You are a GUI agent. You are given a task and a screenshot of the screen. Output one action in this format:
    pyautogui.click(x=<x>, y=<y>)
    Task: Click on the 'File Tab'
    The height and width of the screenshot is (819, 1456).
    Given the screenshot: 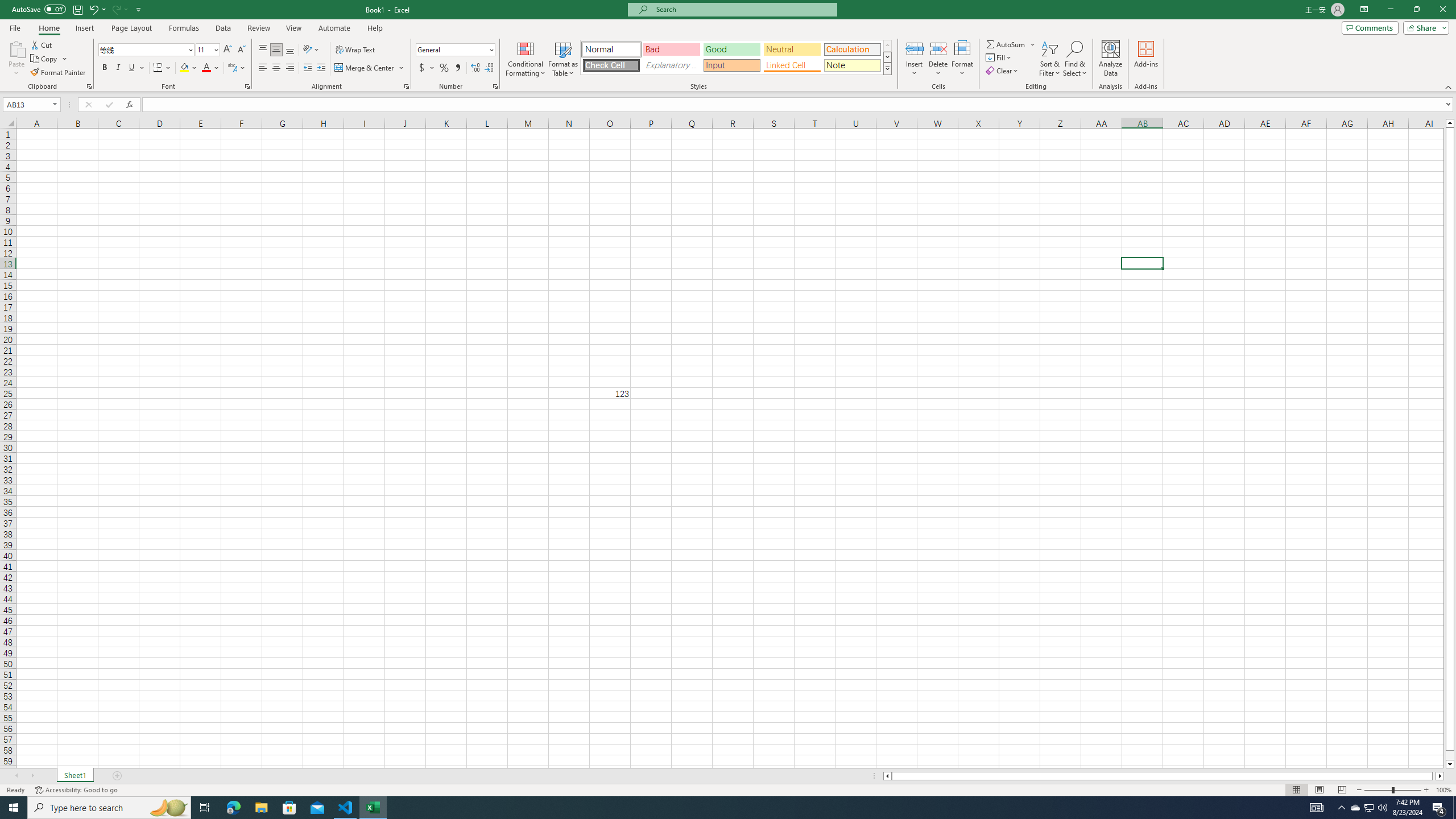 What is the action you would take?
    pyautogui.click(x=14, y=27)
    